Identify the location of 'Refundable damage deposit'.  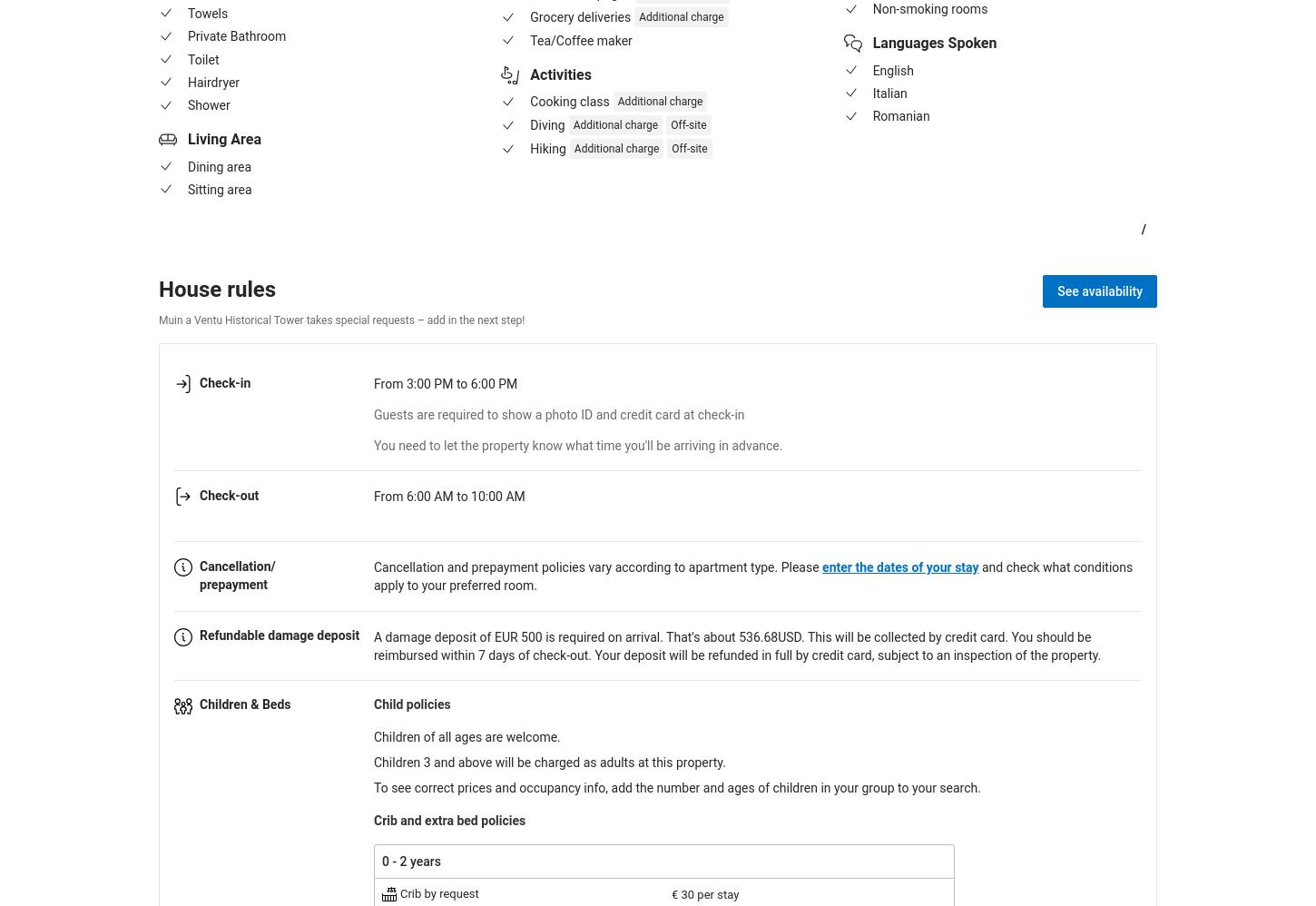
(279, 635).